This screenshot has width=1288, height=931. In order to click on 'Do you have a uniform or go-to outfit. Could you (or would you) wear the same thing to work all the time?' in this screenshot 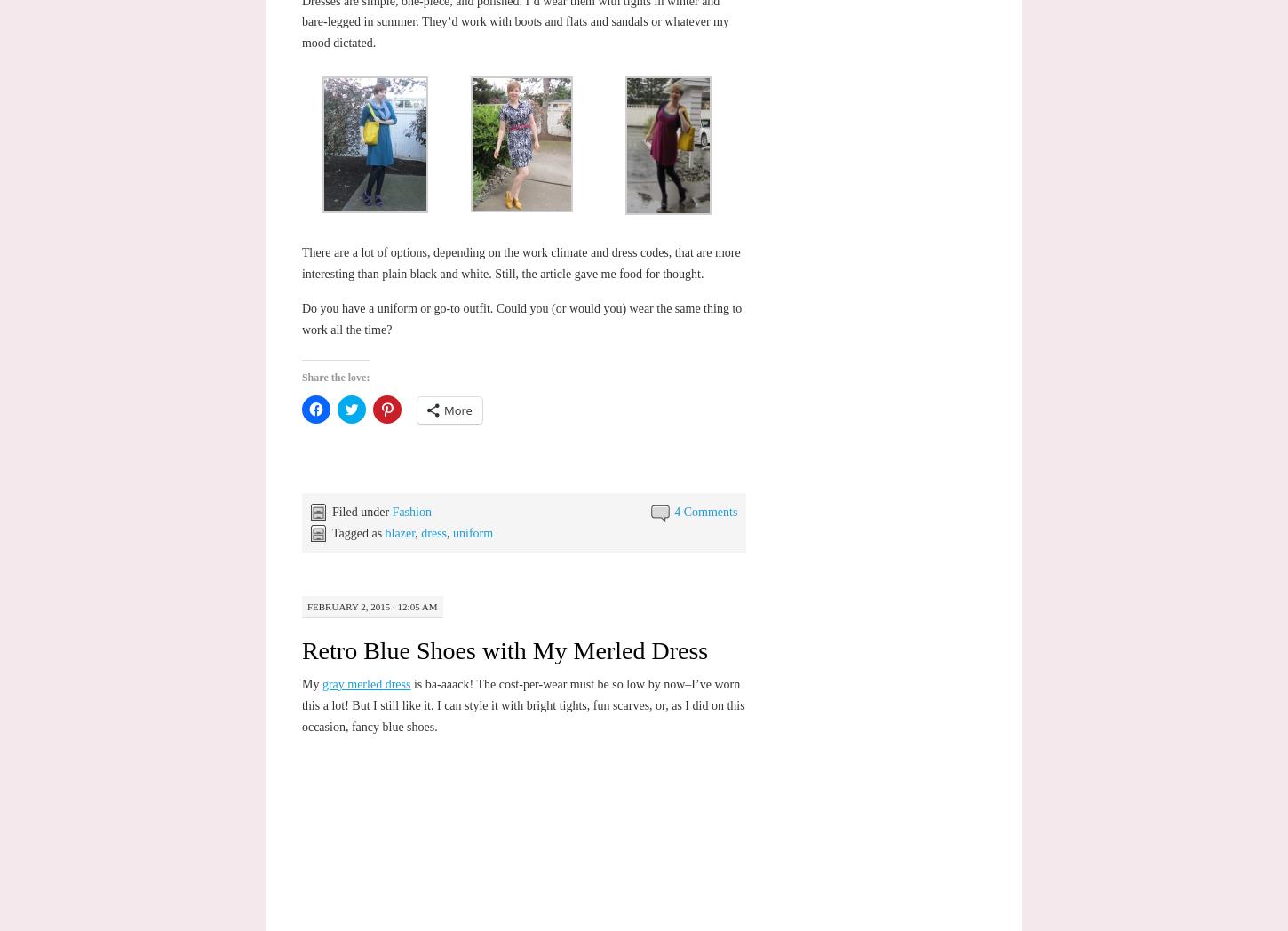, I will do `click(521, 317)`.